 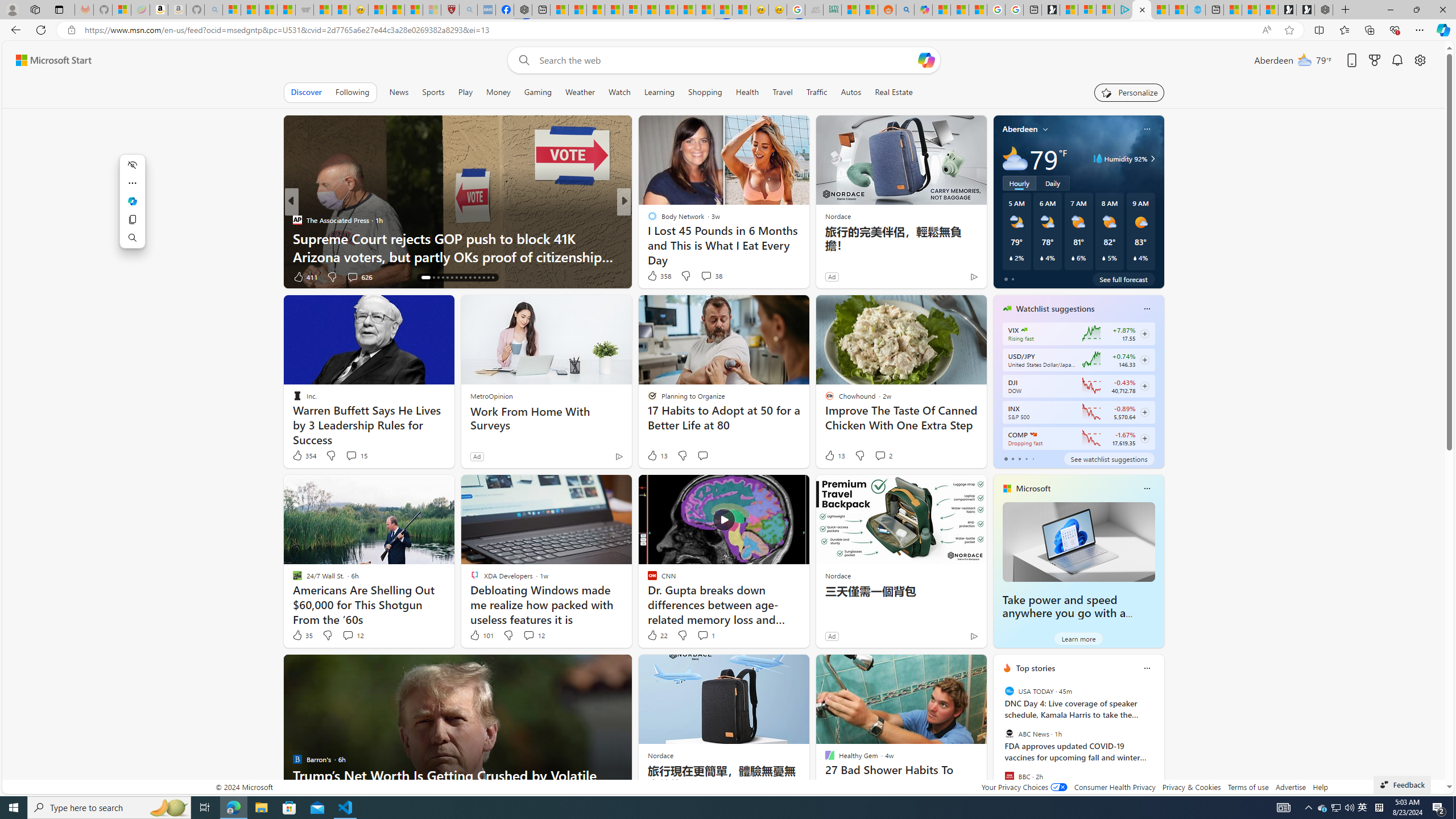 I want to click on 'tab-3', so click(x=1025, y=459).